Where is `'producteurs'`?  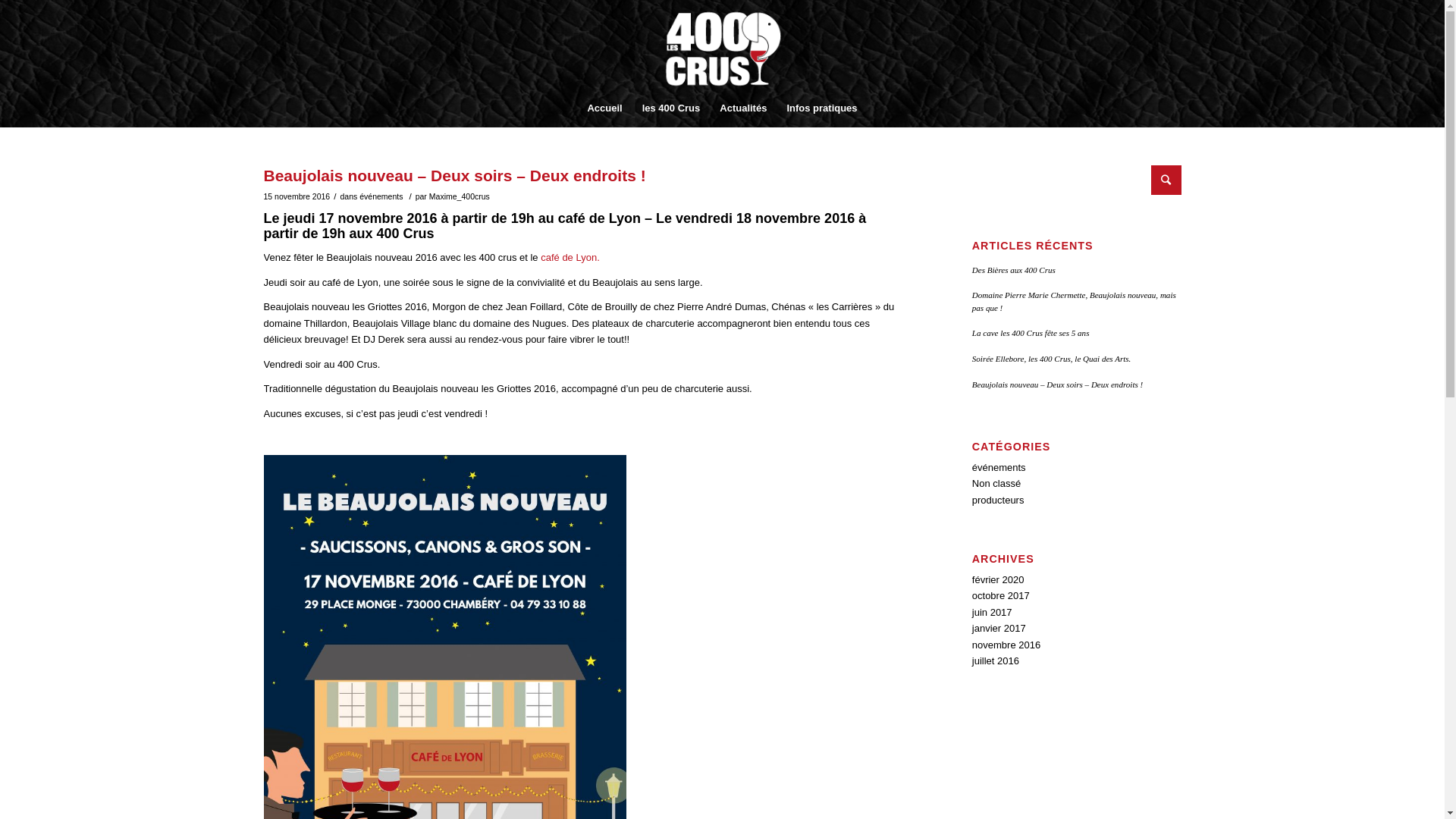
'producteurs' is located at coordinates (998, 500).